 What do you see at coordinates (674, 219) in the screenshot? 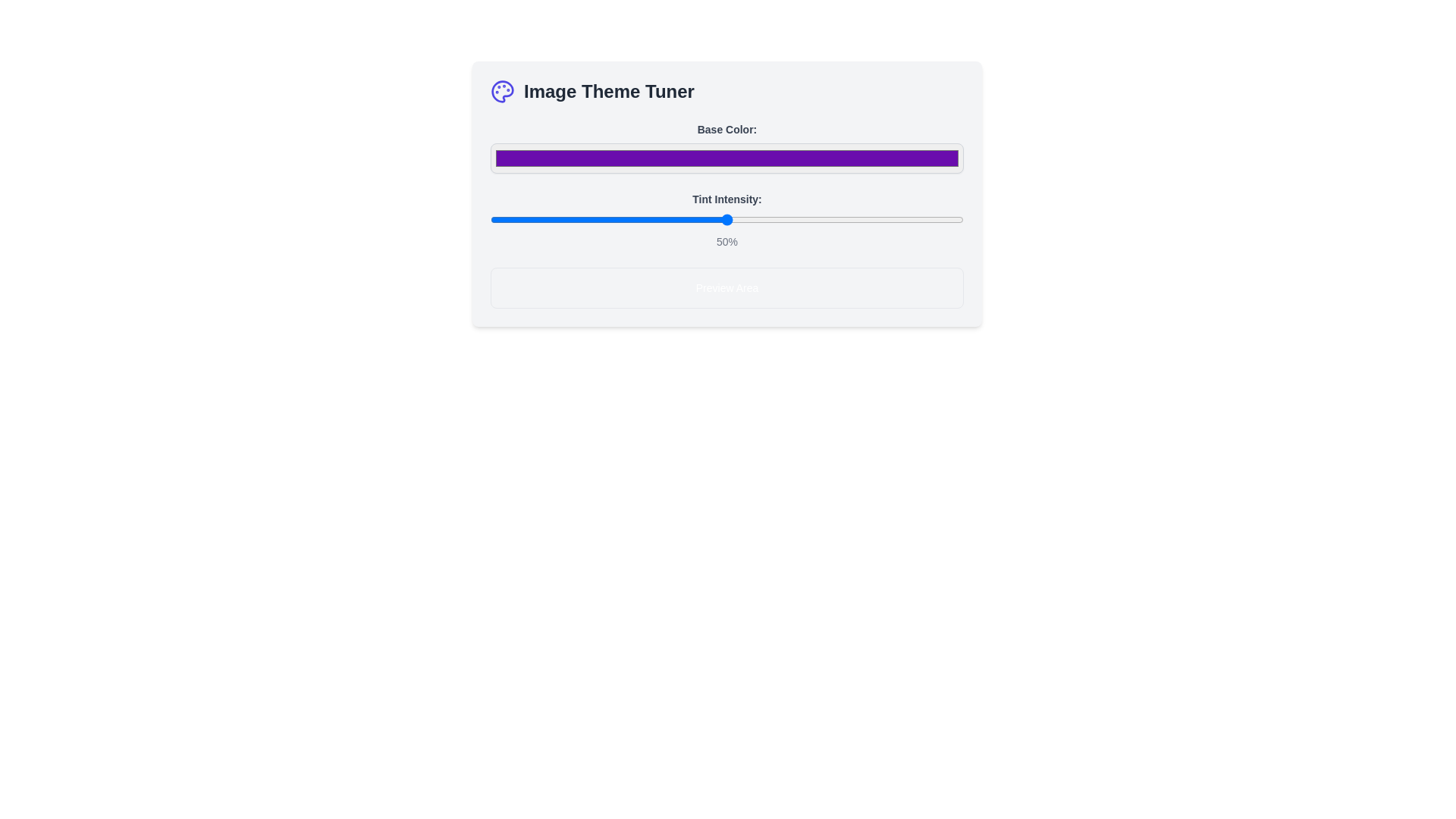
I see `the Tint Intensity` at bounding box center [674, 219].